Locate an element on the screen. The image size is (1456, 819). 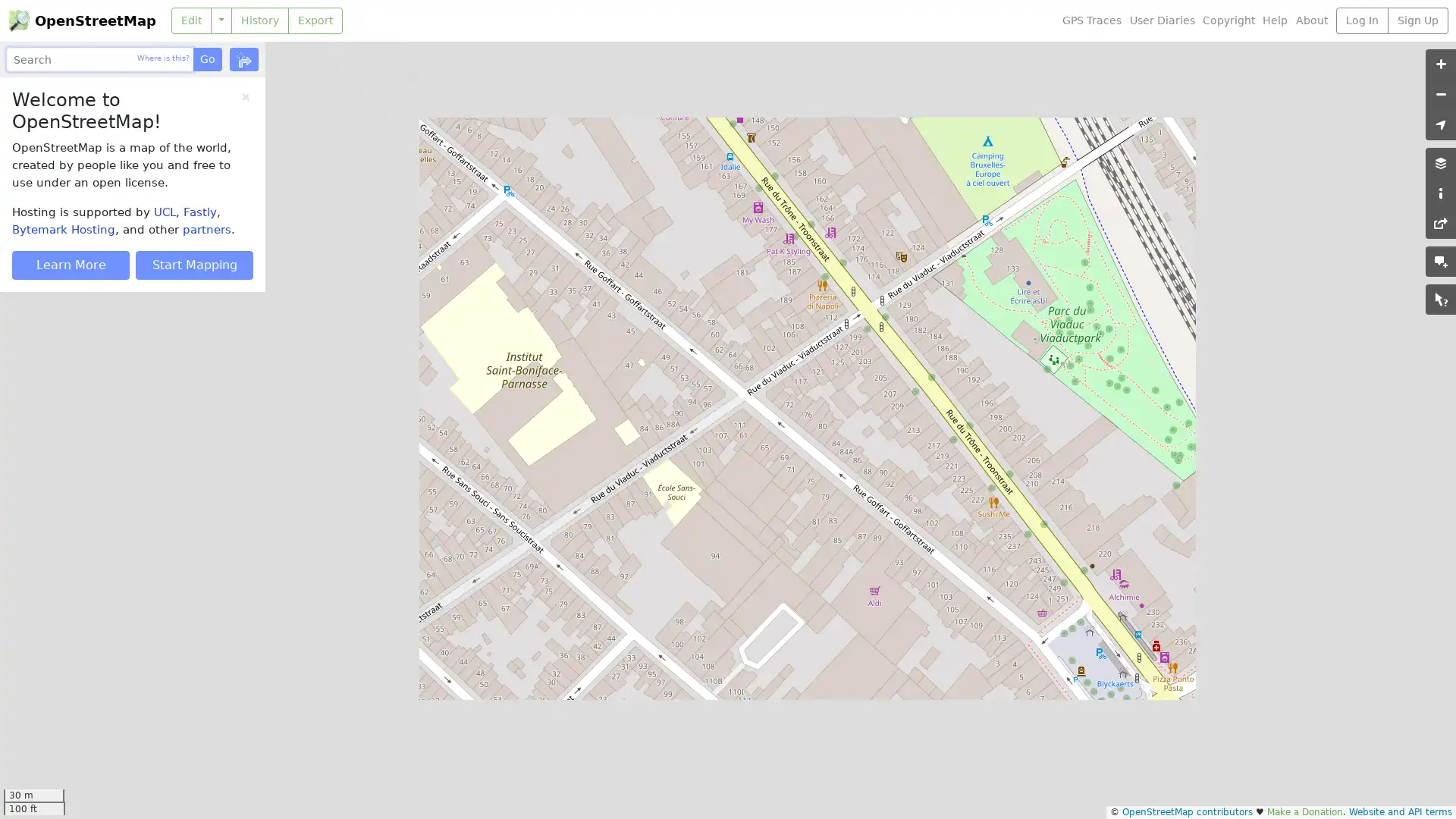
Go is located at coordinates (206, 58).